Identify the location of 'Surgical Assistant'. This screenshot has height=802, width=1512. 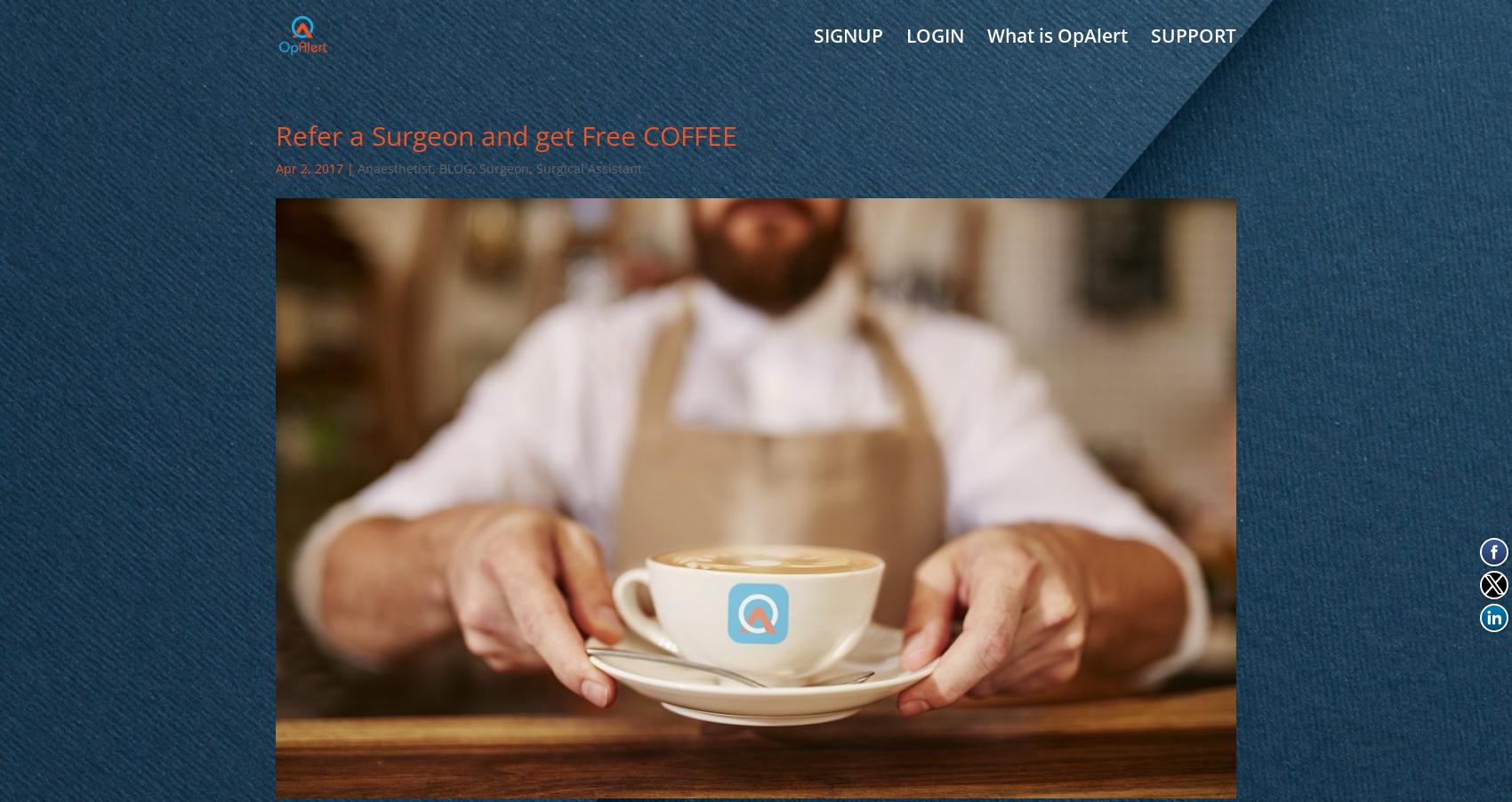
(535, 167).